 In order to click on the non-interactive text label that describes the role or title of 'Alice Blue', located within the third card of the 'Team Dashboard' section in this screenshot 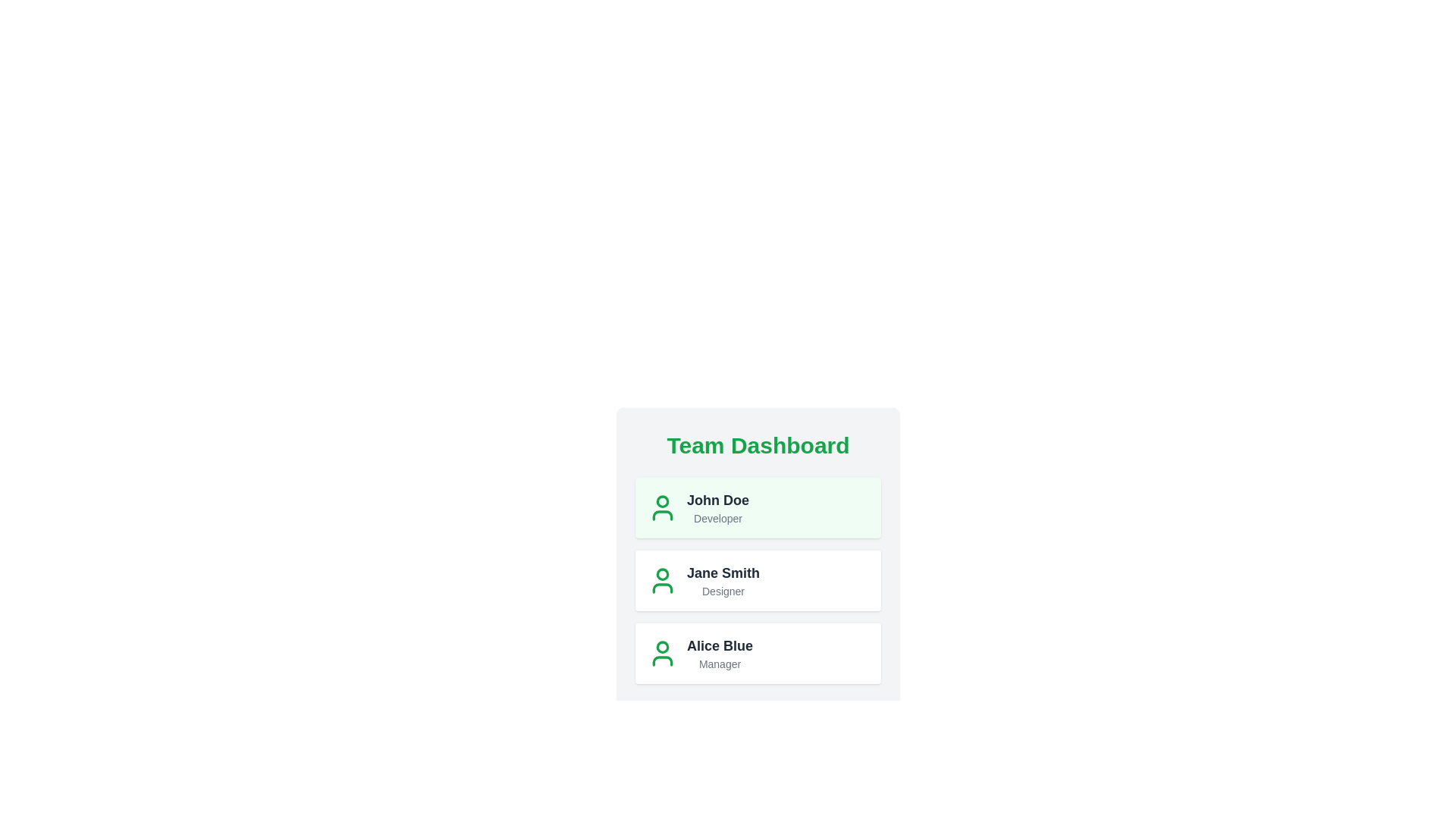, I will do `click(719, 663)`.